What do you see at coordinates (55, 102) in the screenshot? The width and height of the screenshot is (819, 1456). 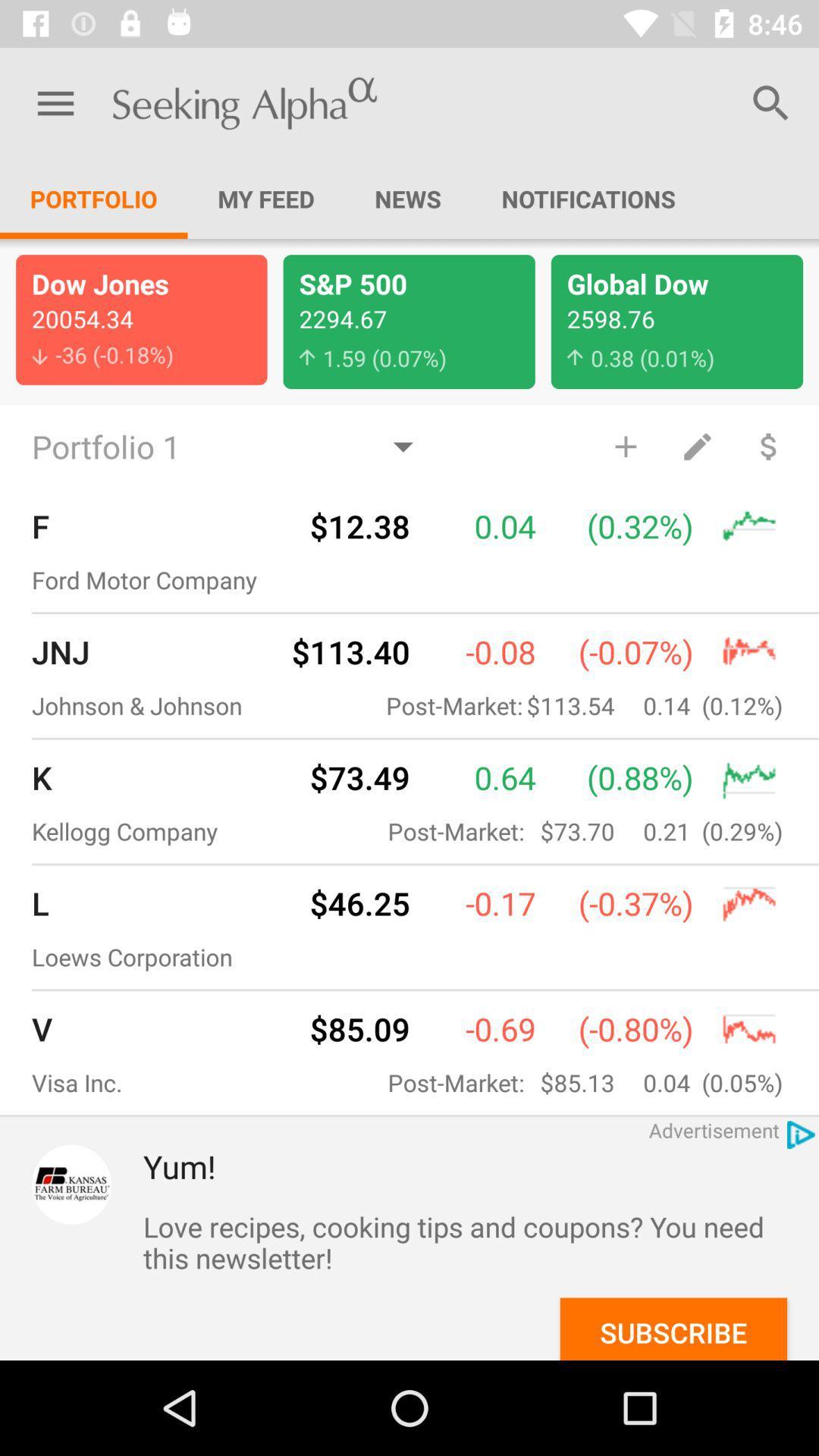 I see `icon above portfolio` at bounding box center [55, 102].